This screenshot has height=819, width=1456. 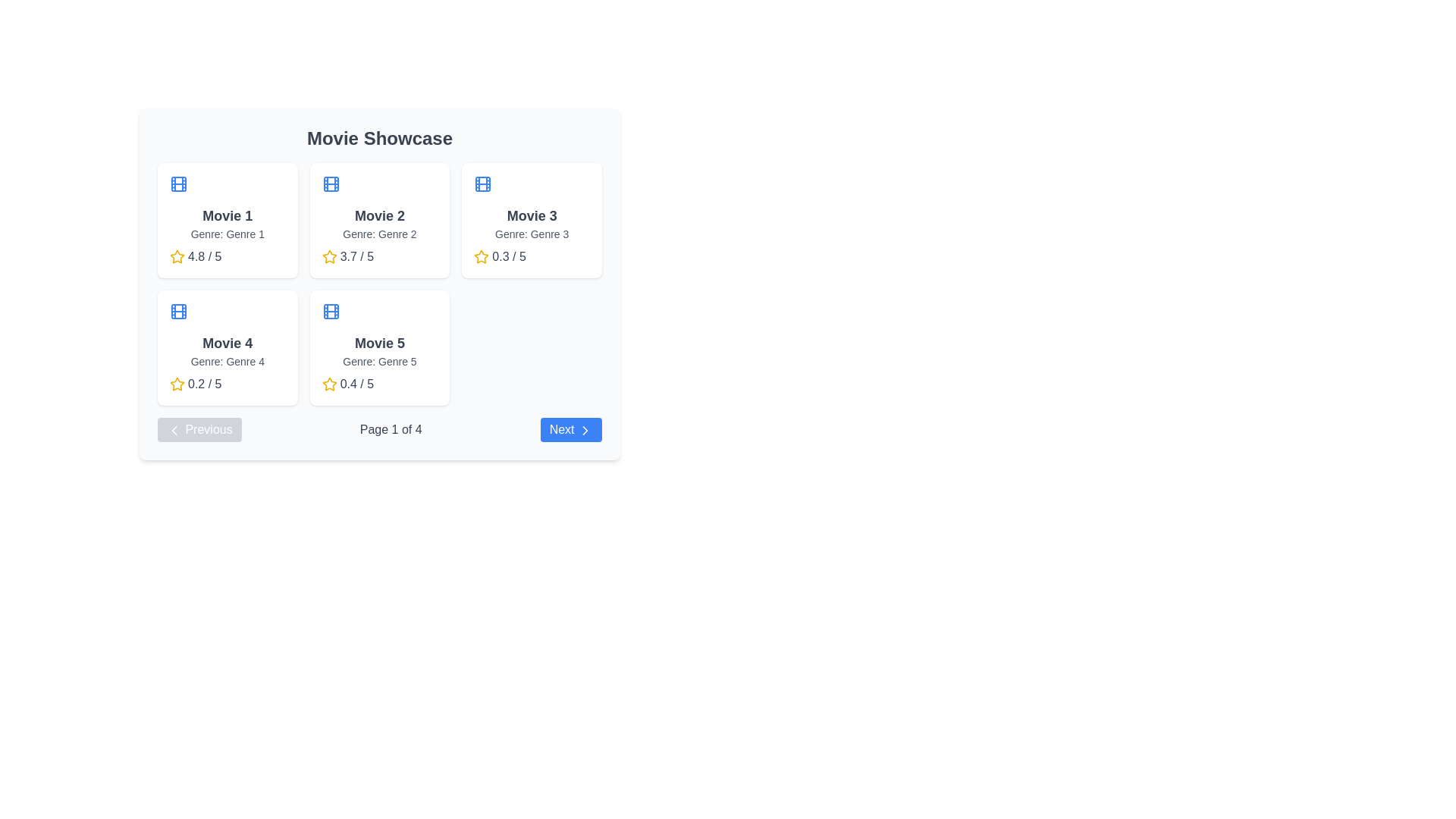 I want to click on the text label displaying 'Genre: Genre 1' located beneath the title 'Movie 1' in the first card of the movie list, so click(x=227, y=234).